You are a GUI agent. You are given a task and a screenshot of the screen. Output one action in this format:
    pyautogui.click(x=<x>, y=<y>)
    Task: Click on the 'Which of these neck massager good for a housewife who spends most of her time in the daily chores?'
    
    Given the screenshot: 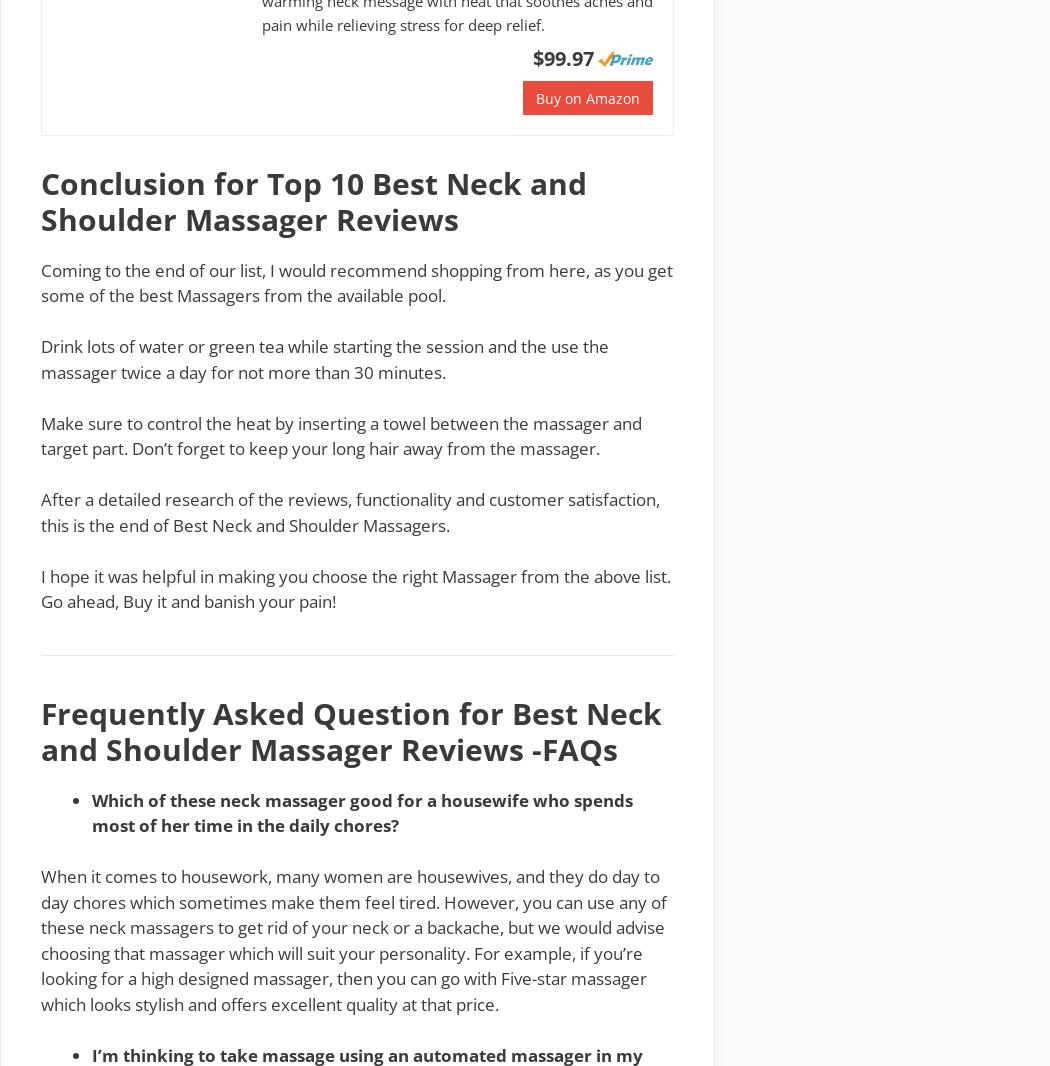 What is the action you would take?
    pyautogui.click(x=361, y=812)
    